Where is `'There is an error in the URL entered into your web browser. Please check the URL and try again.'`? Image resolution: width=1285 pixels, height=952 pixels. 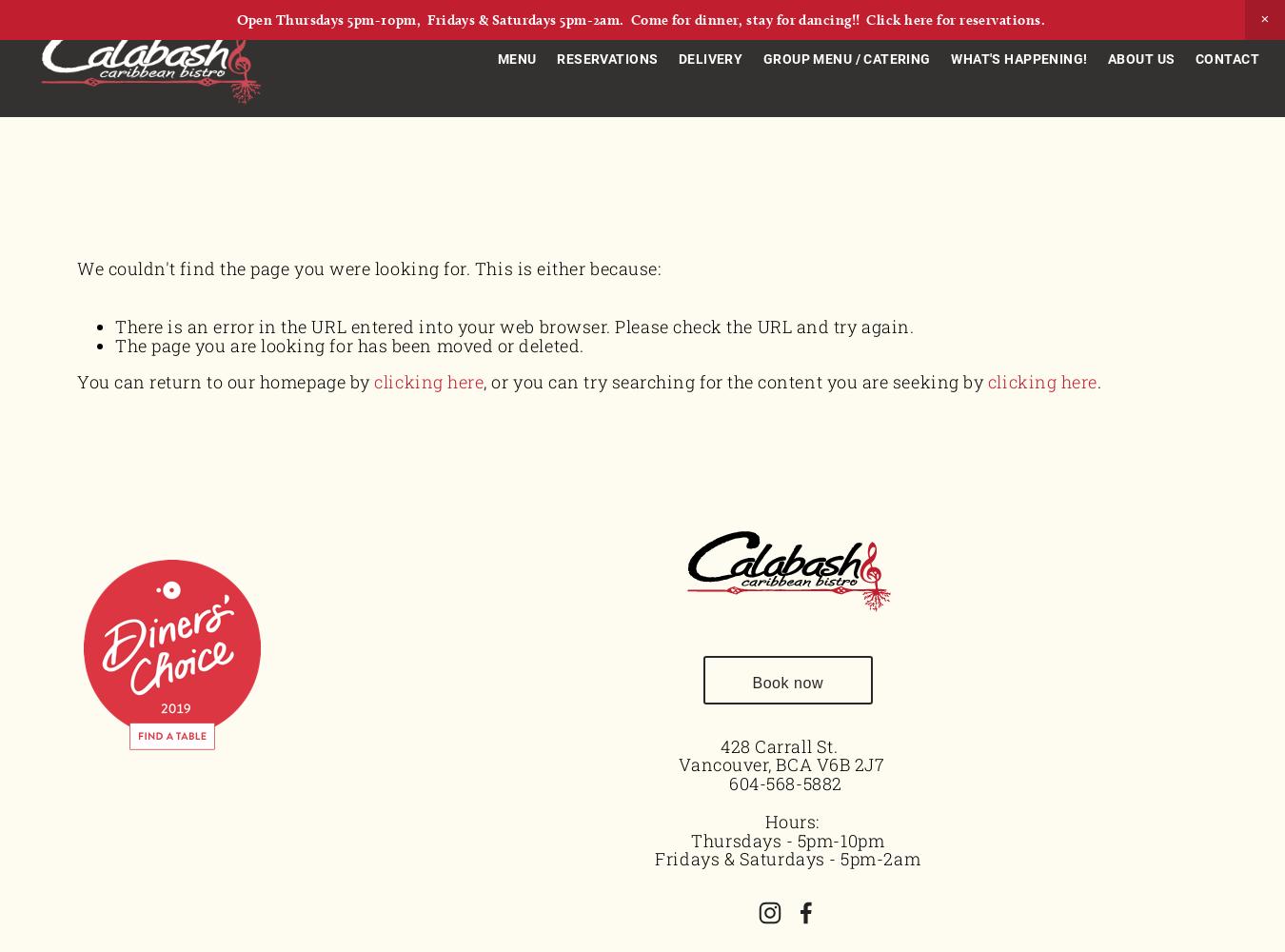
'There is an error in the URL entered into your web browser. Please check the URL and try again.' is located at coordinates (513, 326).